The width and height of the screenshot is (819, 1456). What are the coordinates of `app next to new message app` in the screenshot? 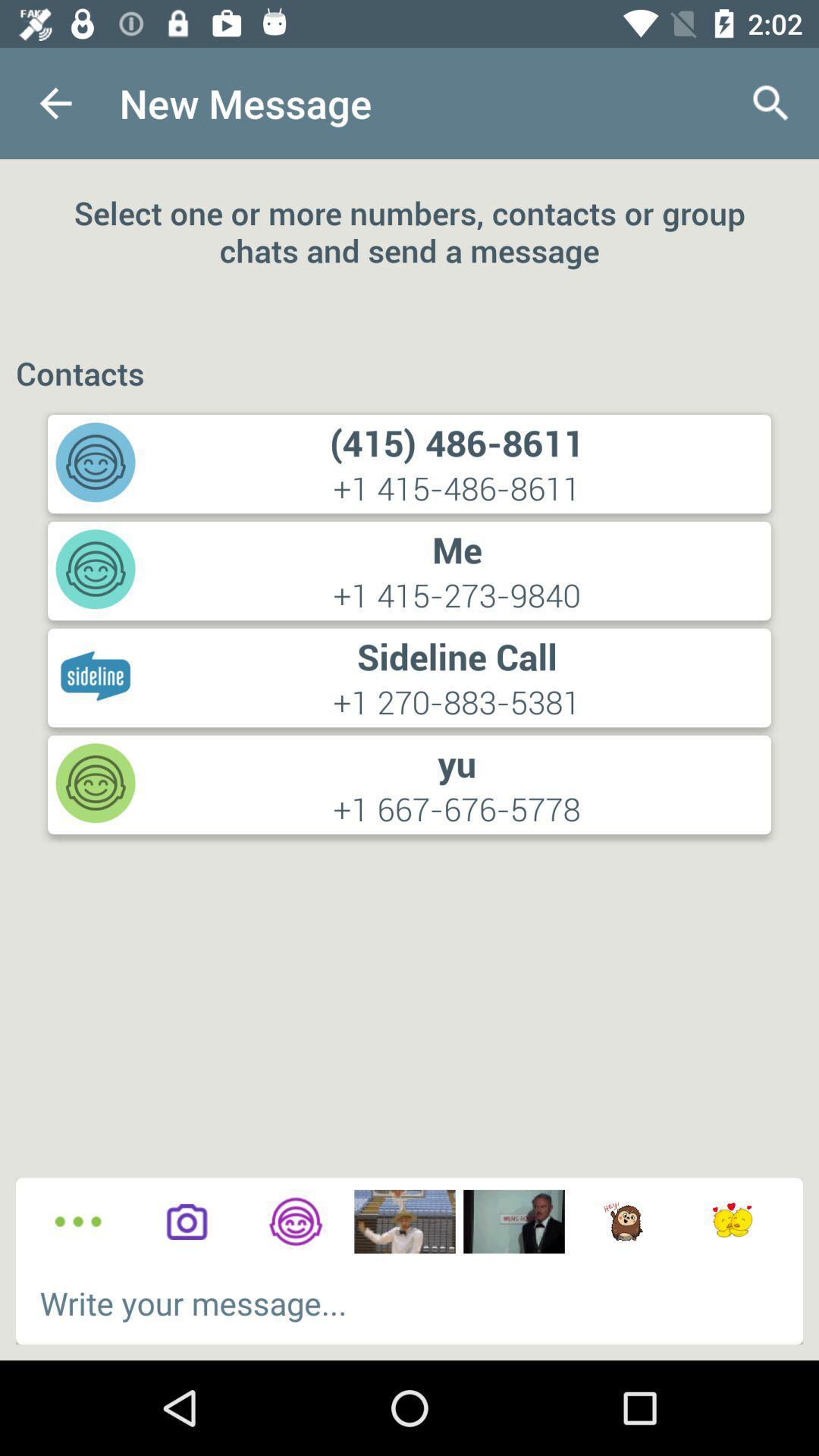 It's located at (55, 102).